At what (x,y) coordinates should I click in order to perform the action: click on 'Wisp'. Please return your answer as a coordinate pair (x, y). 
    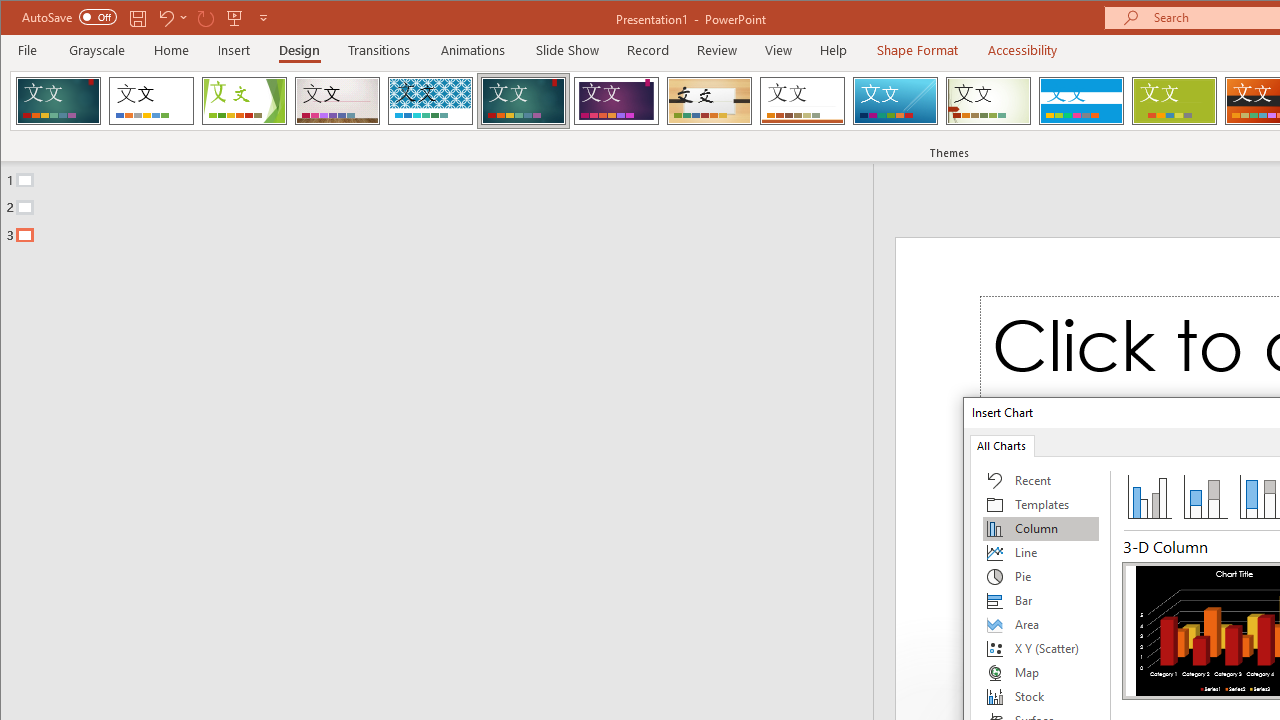
    Looking at the image, I should click on (988, 100).